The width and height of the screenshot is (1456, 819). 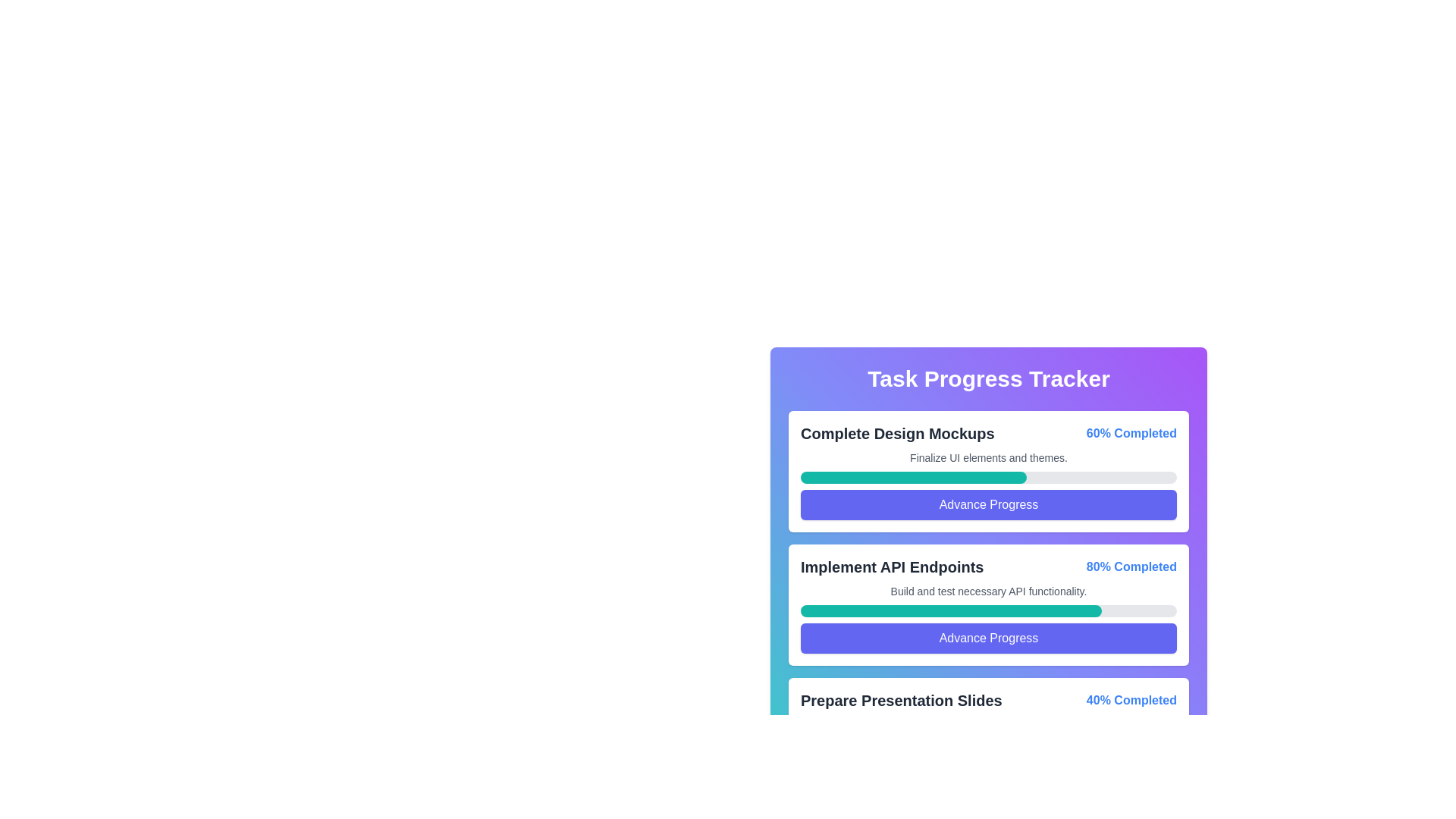 I want to click on the Text Label displaying '80% Completed', which is styled in bold blue font and located in the progress tracker section, so click(x=1131, y=567).